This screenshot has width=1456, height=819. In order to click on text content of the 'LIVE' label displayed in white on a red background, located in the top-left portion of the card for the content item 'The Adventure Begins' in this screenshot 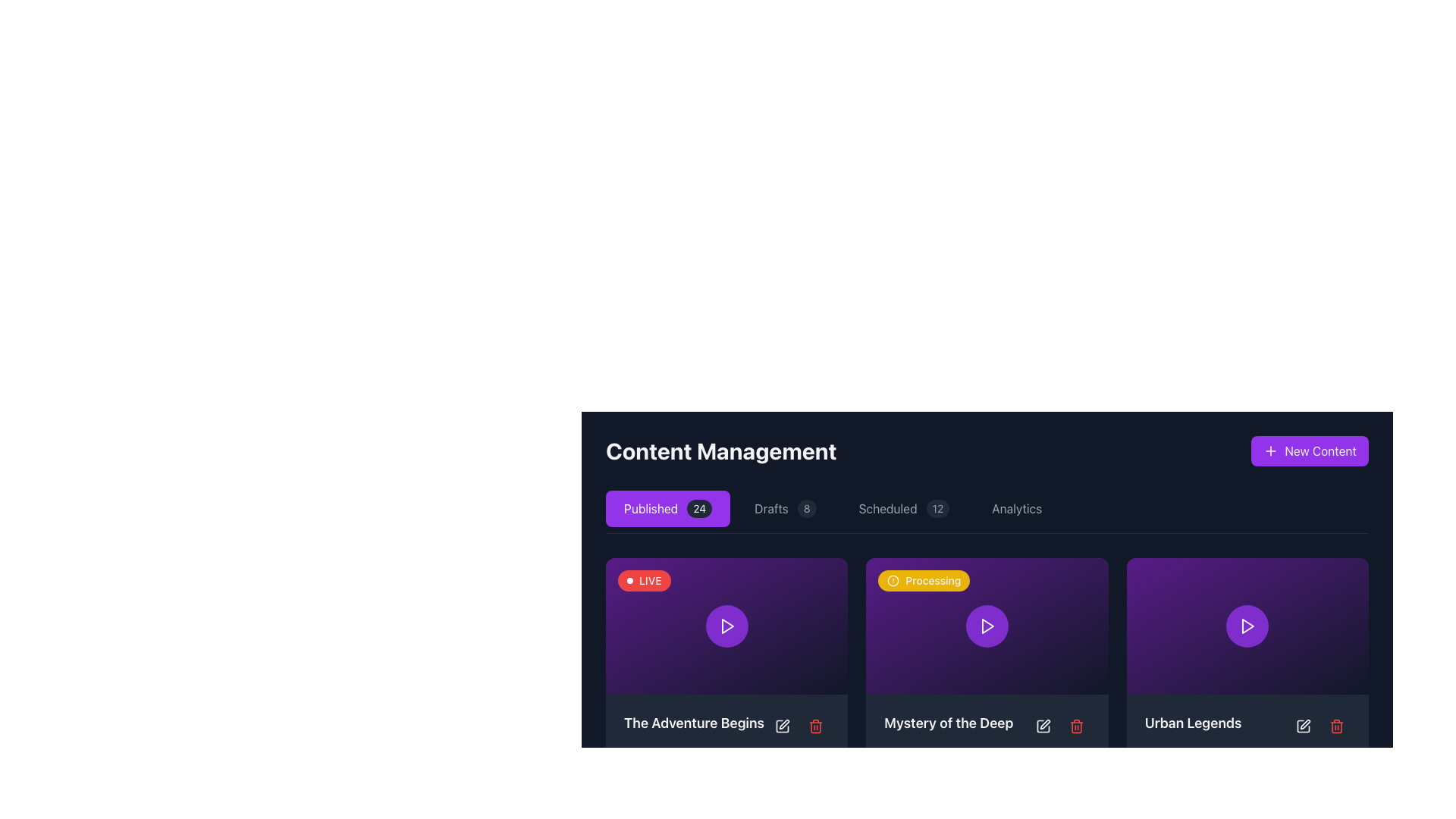, I will do `click(650, 580)`.